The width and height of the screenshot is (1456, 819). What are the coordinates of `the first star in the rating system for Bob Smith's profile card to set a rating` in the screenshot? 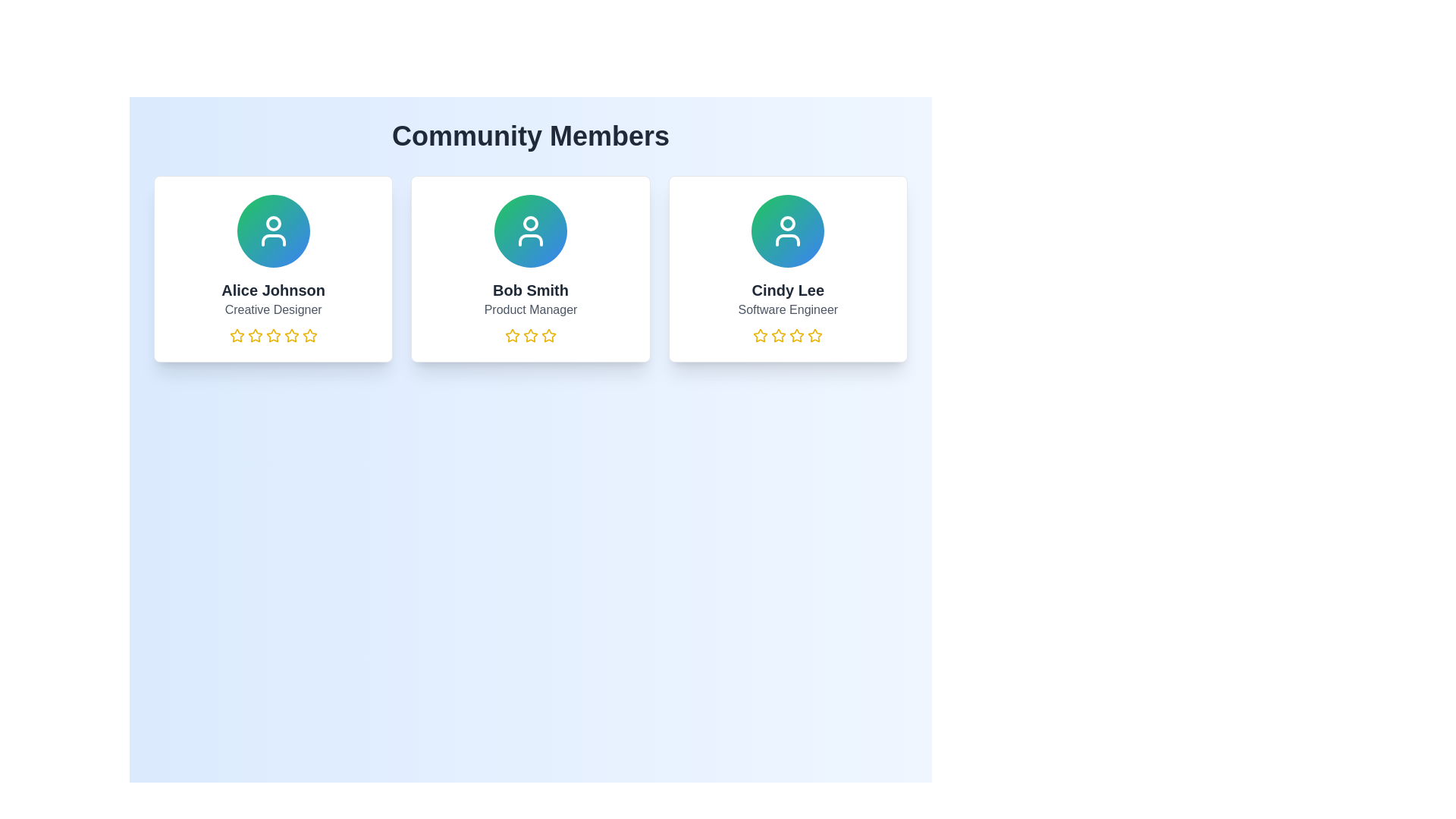 It's located at (513, 335).